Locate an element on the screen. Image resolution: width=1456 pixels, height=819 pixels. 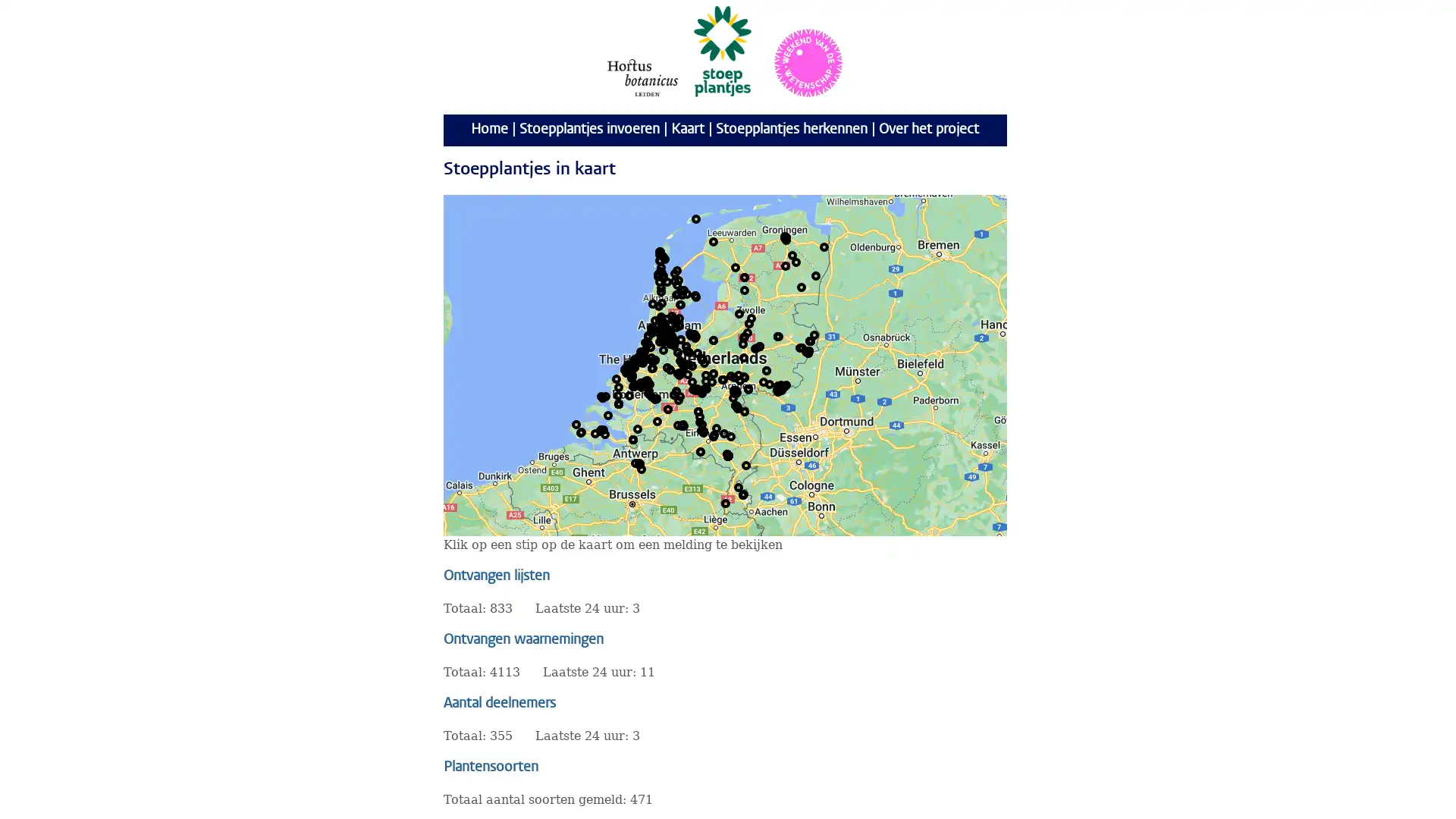
Telling van Janneke Wagter op 29 oktober 2021 is located at coordinates (641, 357).